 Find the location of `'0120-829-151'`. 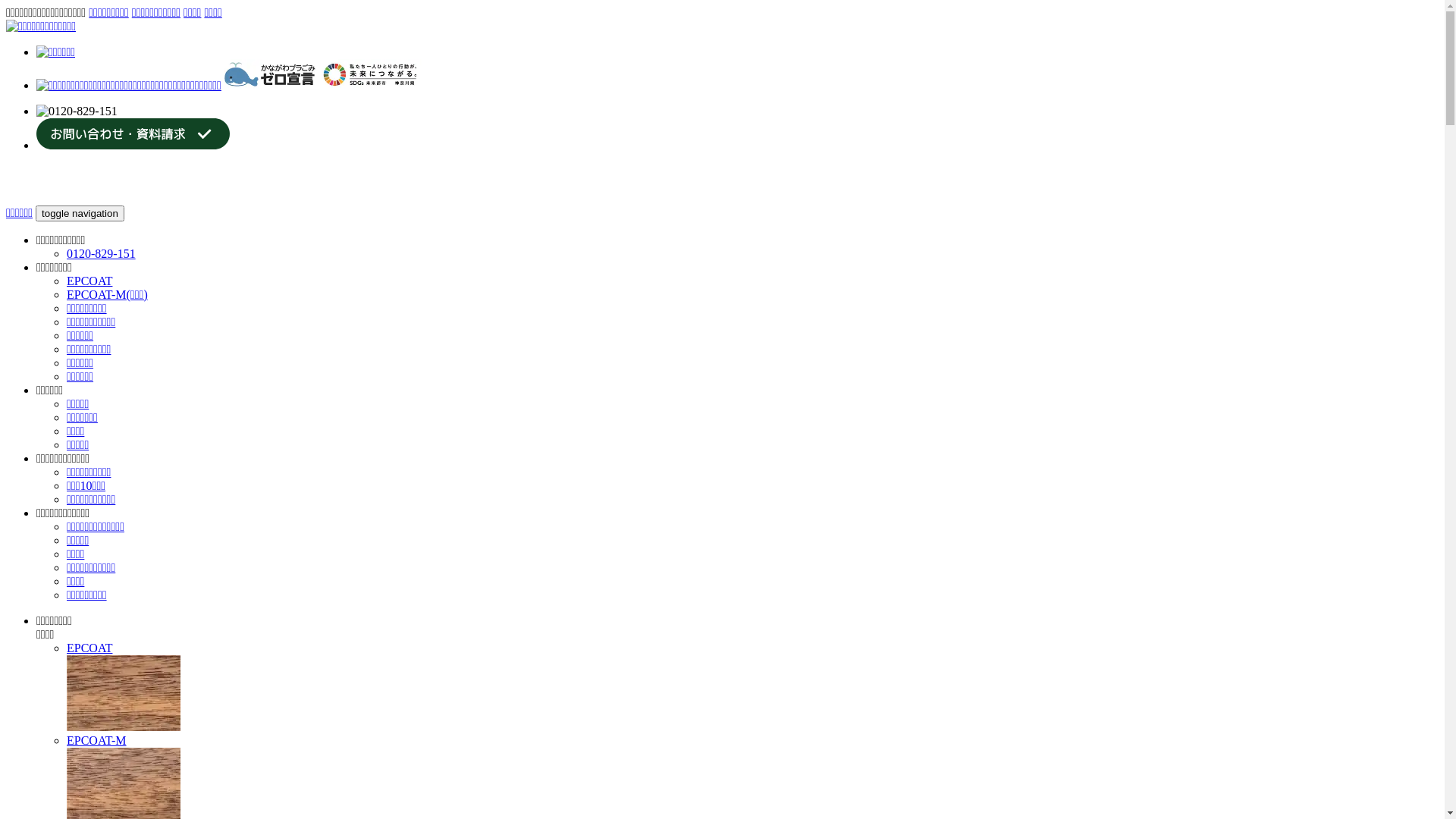

'0120-829-151' is located at coordinates (100, 253).